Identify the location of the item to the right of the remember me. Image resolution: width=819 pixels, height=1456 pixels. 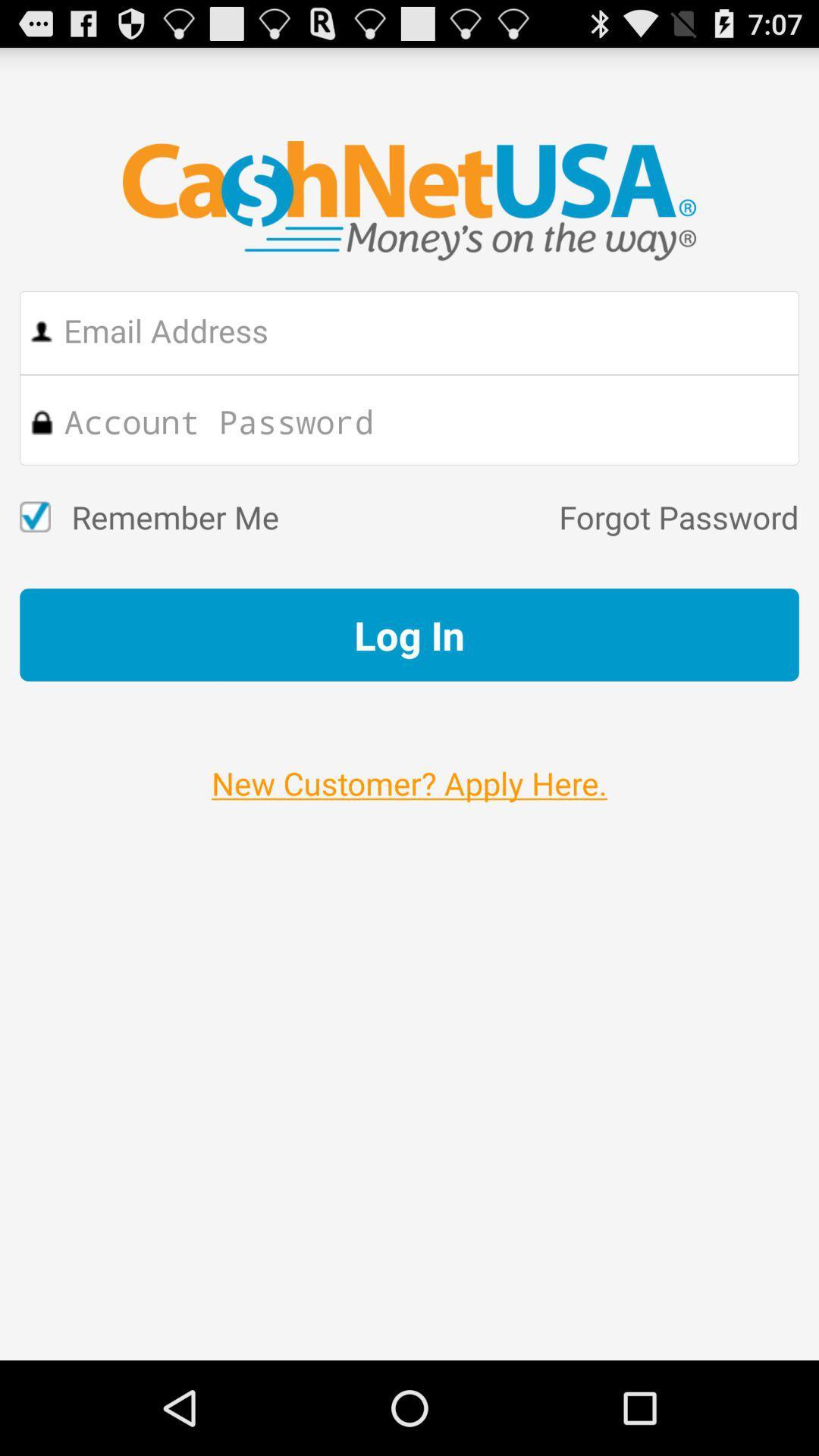
(538, 516).